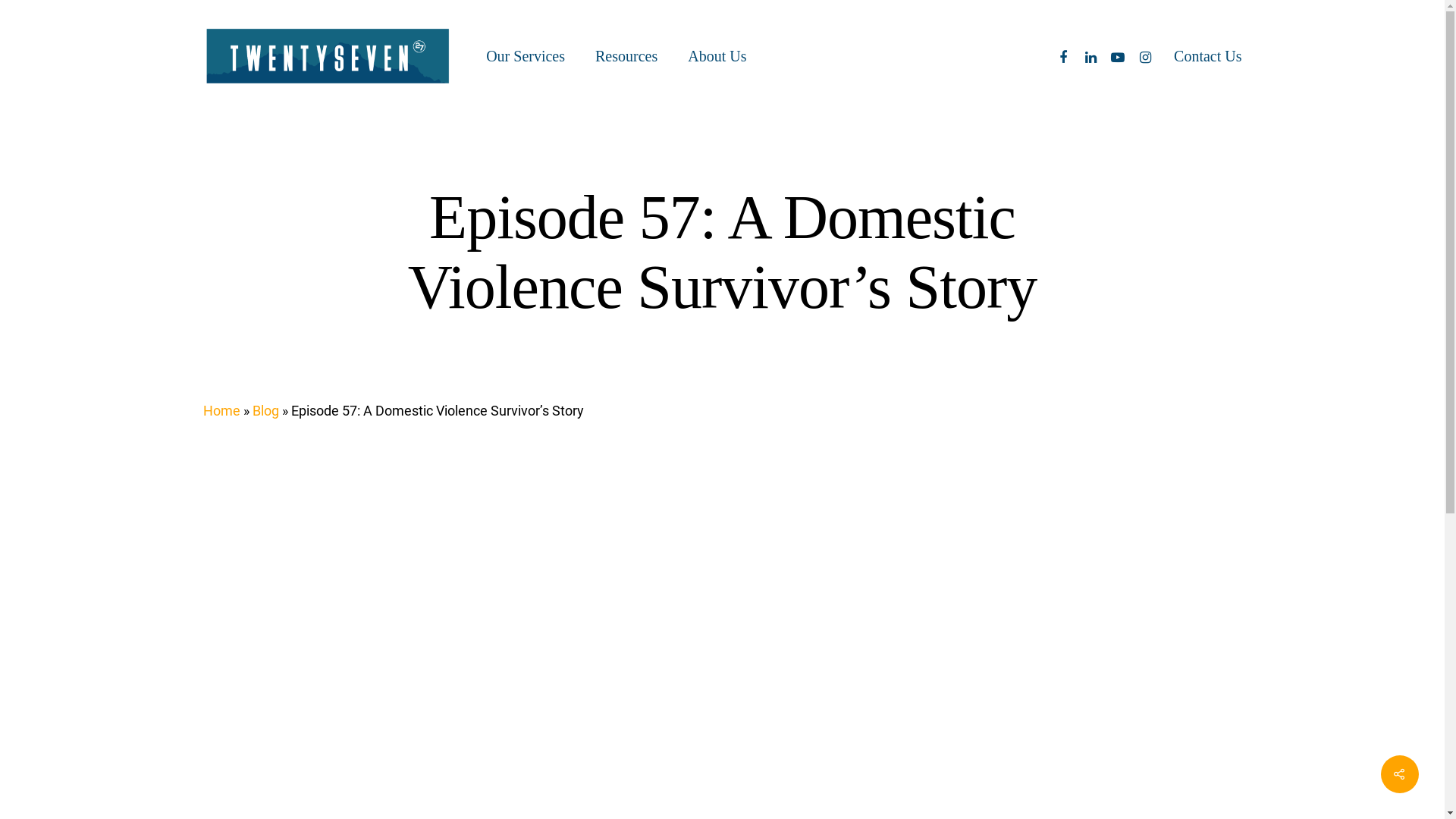 The width and height of the screenshot is (1456, 819). I want to click on 'About Us', so click(716, 55).